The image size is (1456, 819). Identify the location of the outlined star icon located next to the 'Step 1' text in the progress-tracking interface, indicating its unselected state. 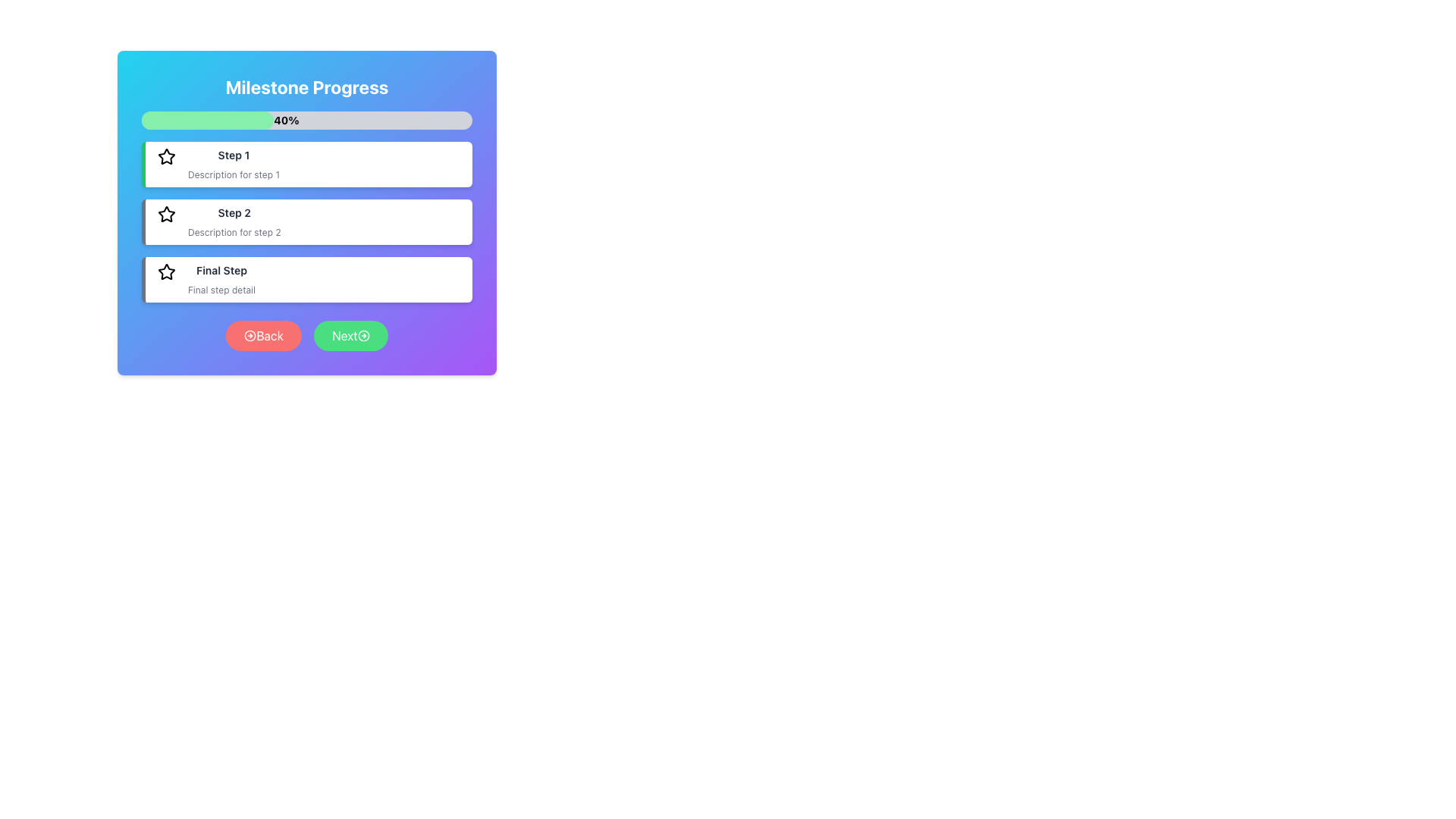
(167, 156).